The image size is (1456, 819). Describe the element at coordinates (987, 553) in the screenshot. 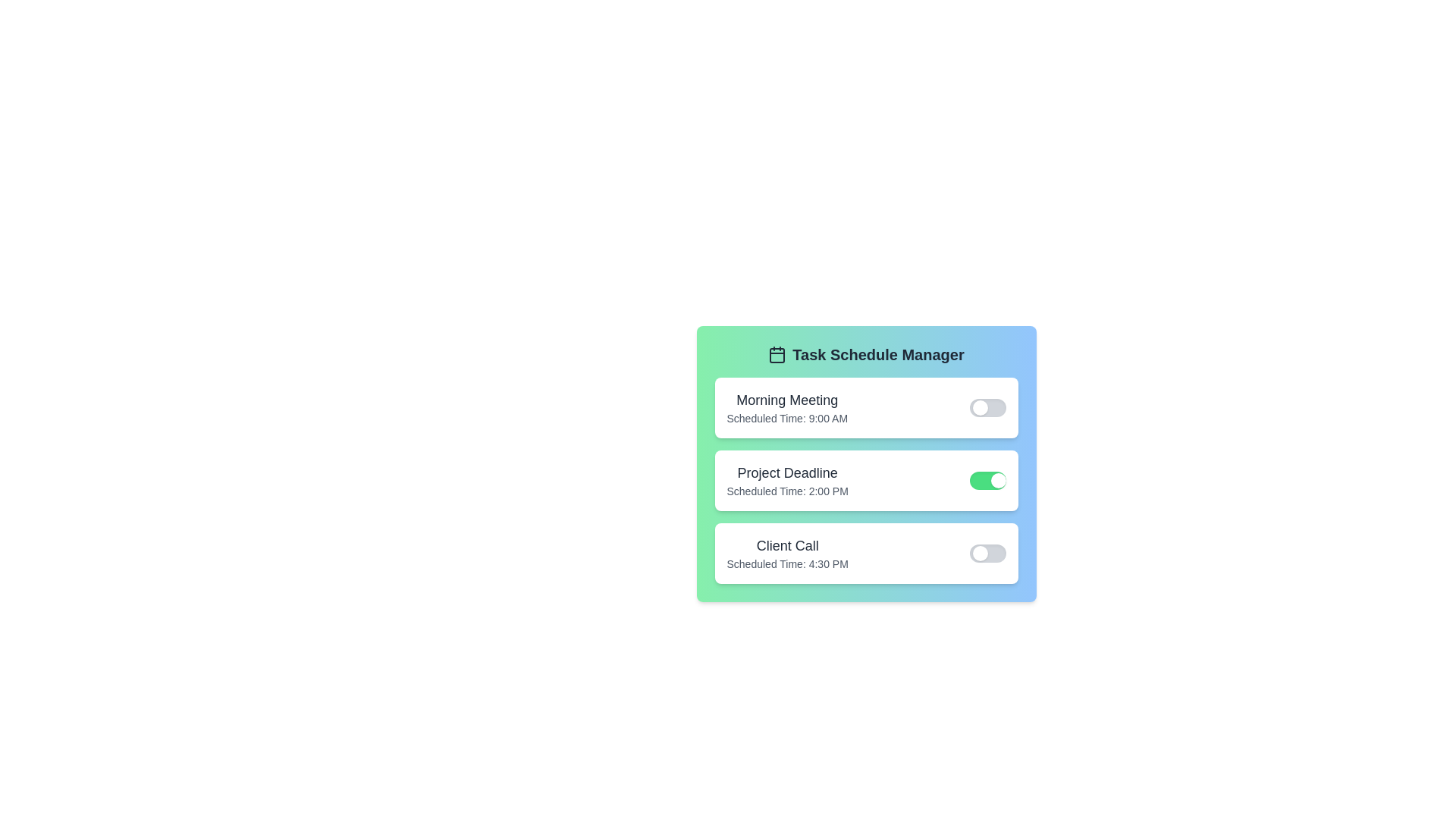

I see `the completion status of the task Client Call` at that location.